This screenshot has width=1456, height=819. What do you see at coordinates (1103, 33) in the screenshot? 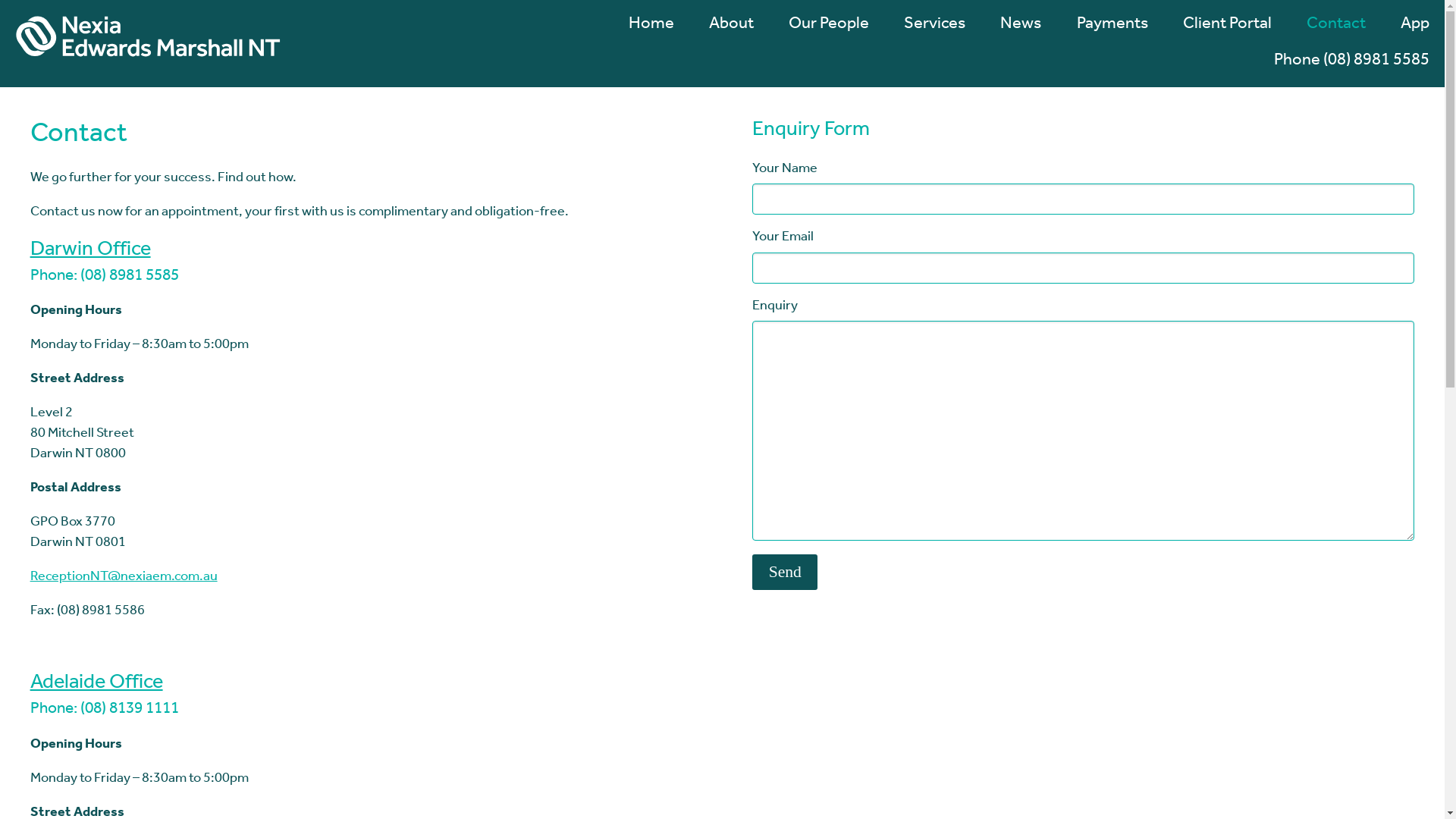
I see `'Payments'` at bounding box center [1103, 33].